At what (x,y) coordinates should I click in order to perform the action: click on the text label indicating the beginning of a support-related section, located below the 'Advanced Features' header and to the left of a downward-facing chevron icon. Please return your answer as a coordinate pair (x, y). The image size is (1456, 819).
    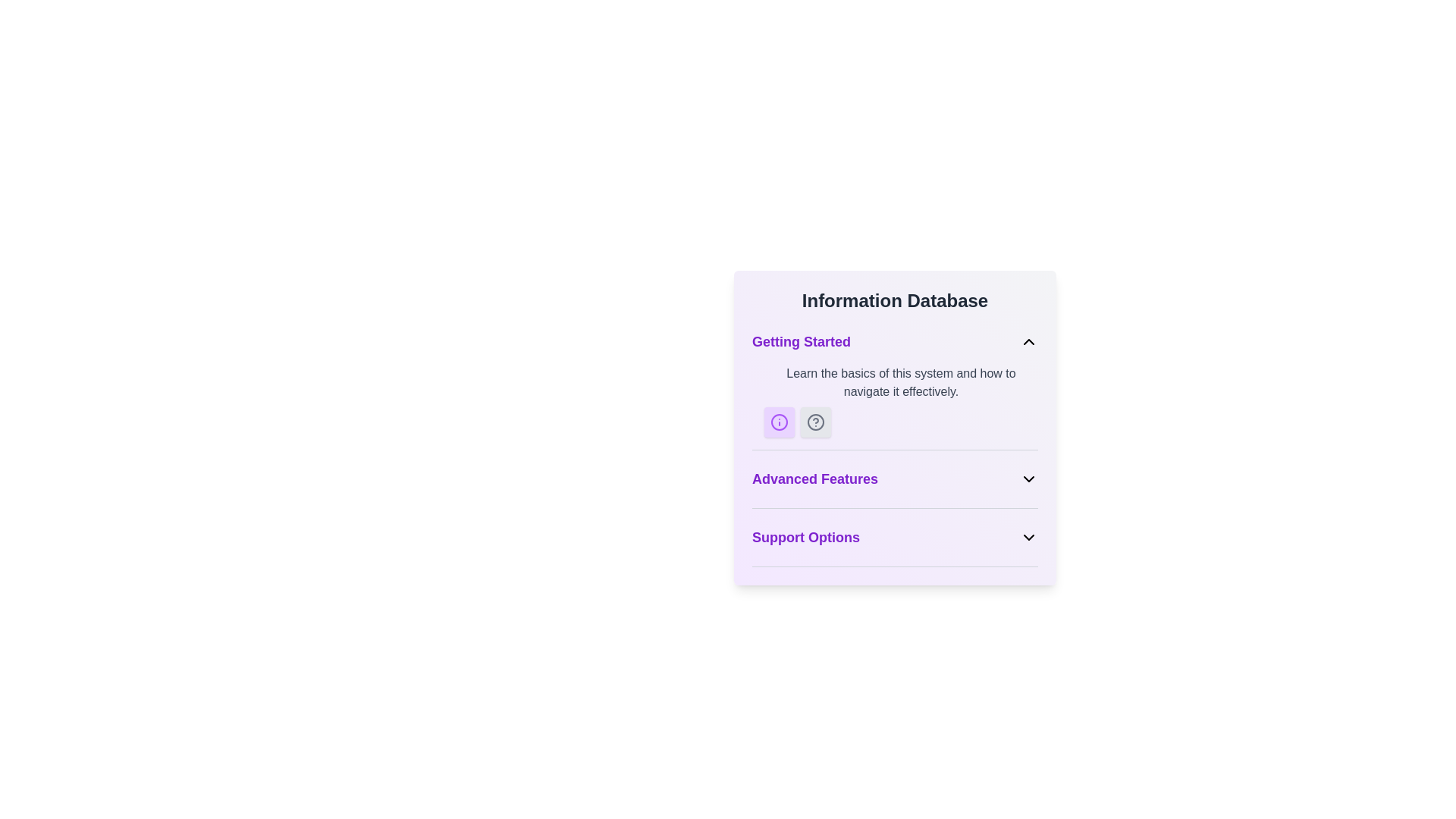
    Looking at the image, I should click on (805, 537).